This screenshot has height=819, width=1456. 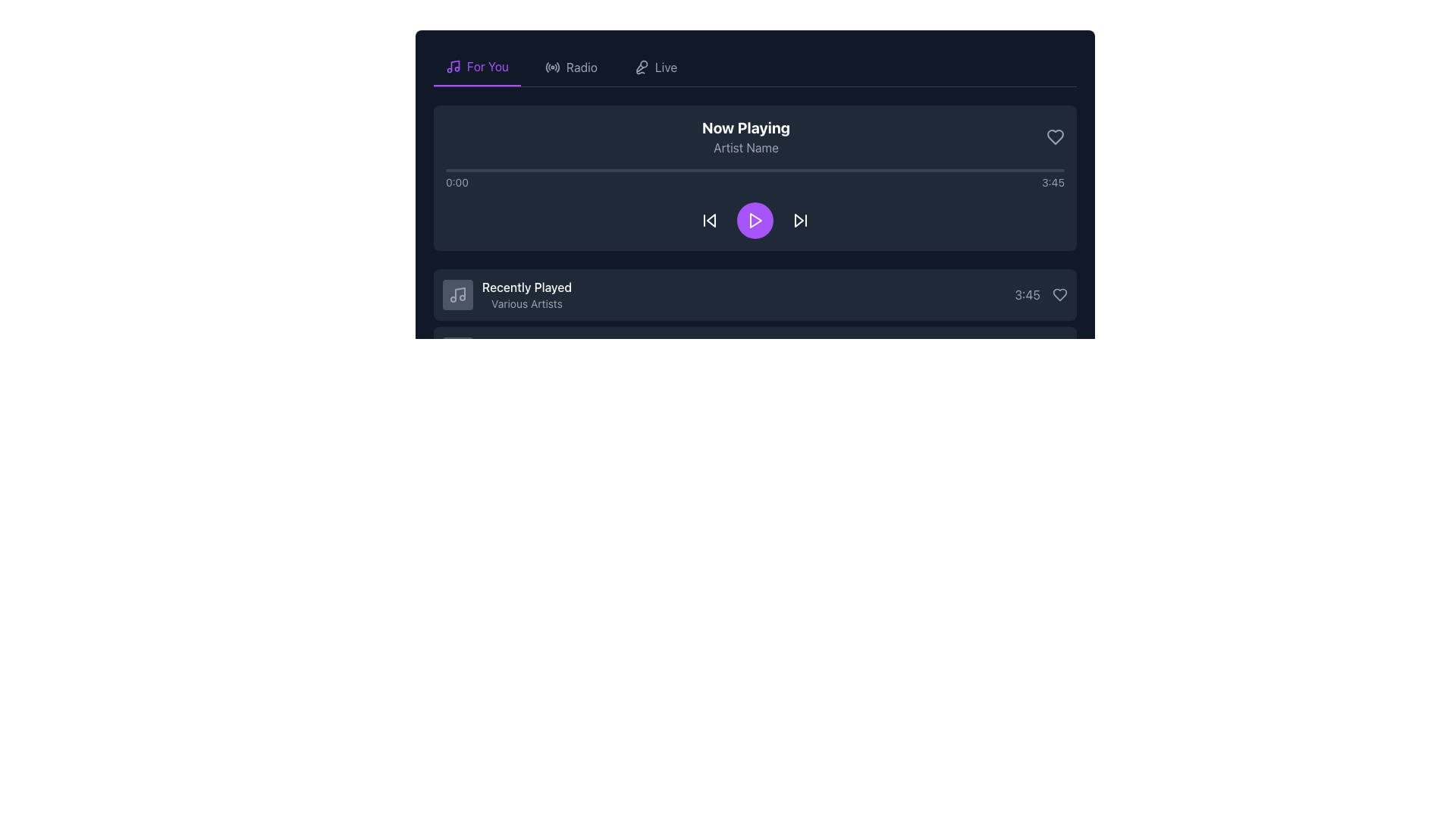 I want to click on the 'Radio' button in the navigation bar, so click(x=570, y=66).